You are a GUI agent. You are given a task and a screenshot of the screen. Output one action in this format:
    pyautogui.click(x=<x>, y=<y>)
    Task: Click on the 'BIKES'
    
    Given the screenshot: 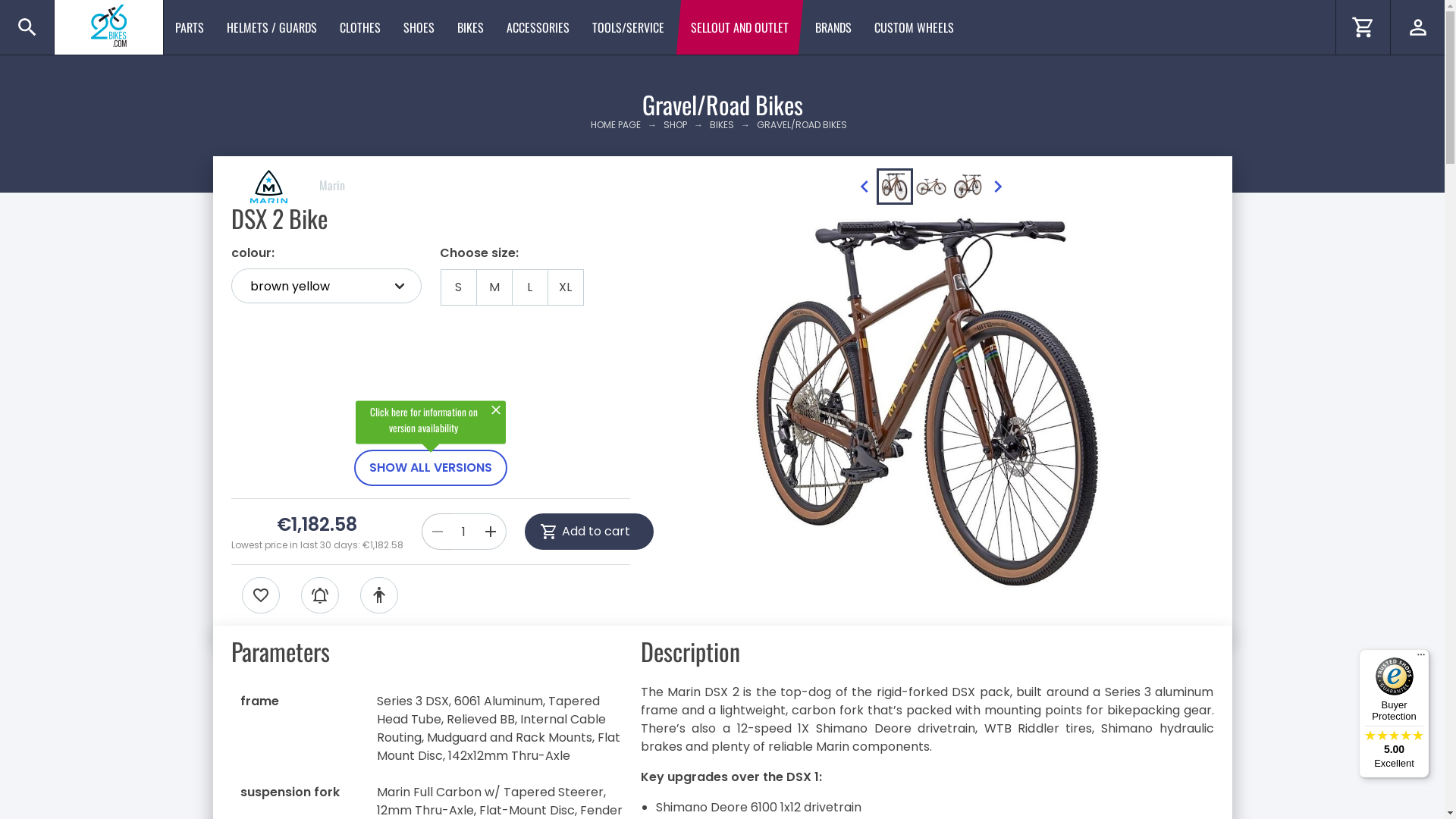 What is the action you would take?
    pyautogui.click(x=469, y=27)
    